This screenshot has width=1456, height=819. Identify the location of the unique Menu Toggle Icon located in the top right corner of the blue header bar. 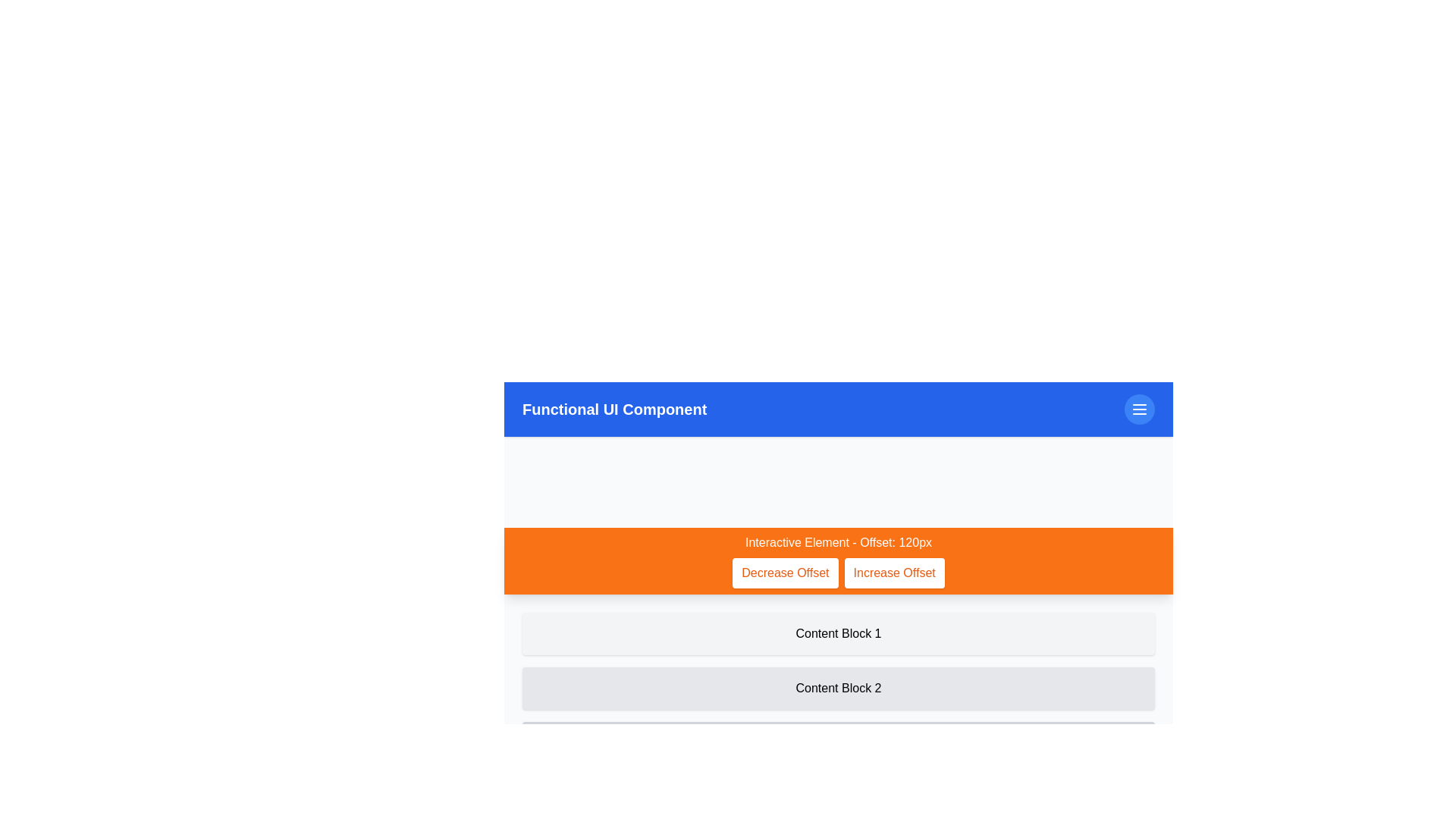
(1139, 409).